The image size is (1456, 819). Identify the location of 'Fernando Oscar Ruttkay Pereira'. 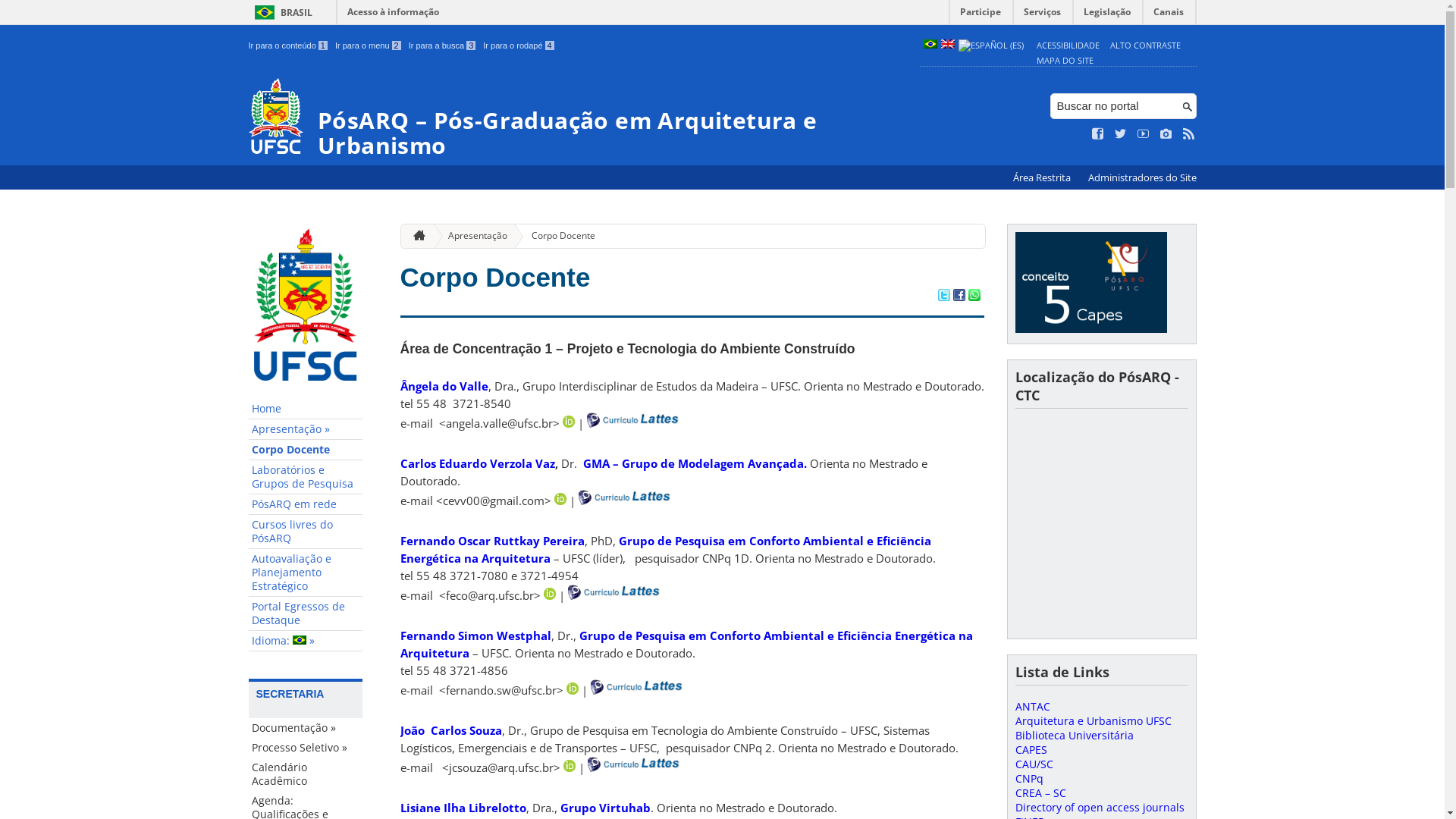
(492, 540).